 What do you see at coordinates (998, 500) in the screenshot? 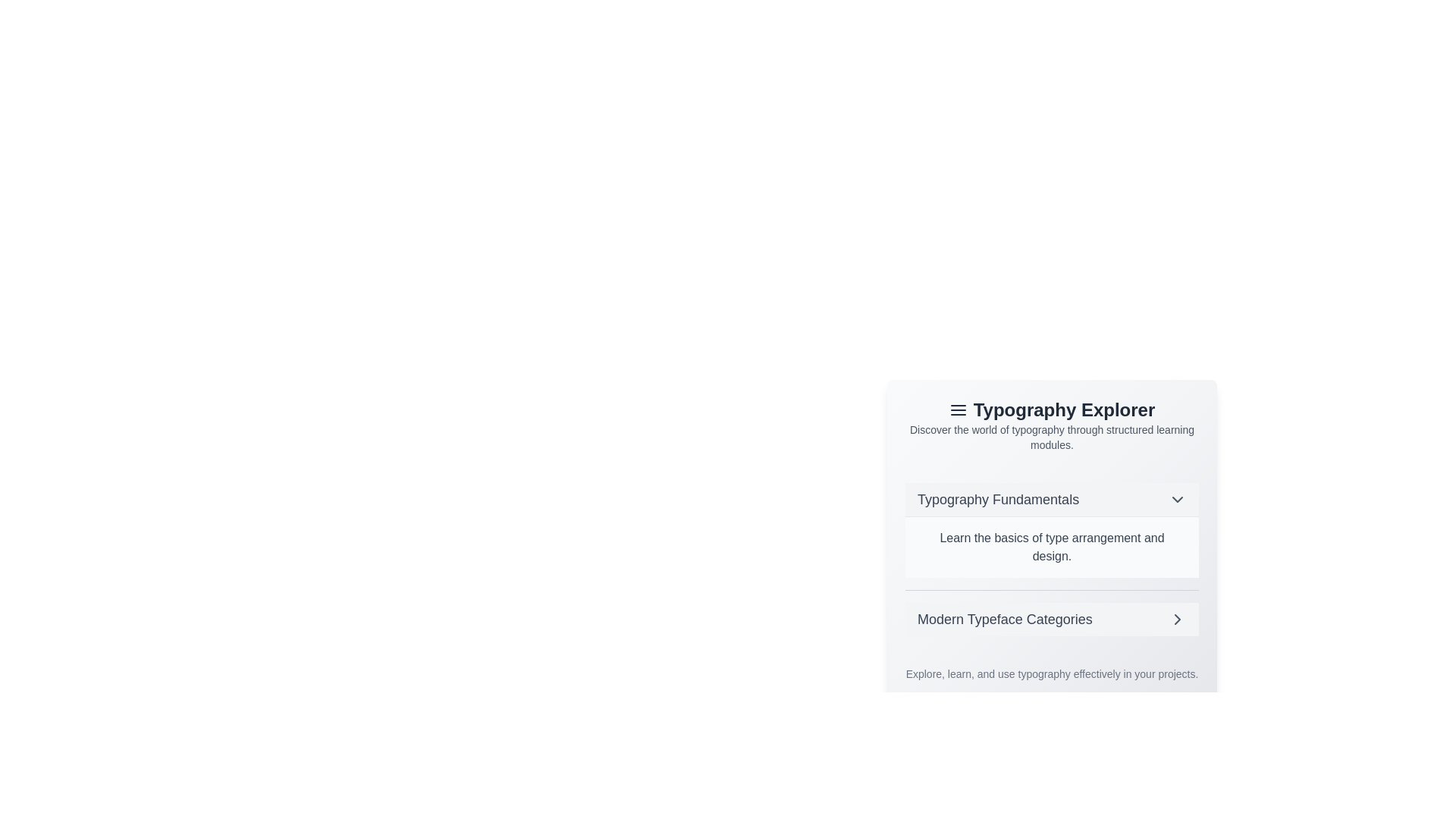
I see `the 'Typography Fundamentals' text label to navigate to related content` at bounding box center [998, 500].